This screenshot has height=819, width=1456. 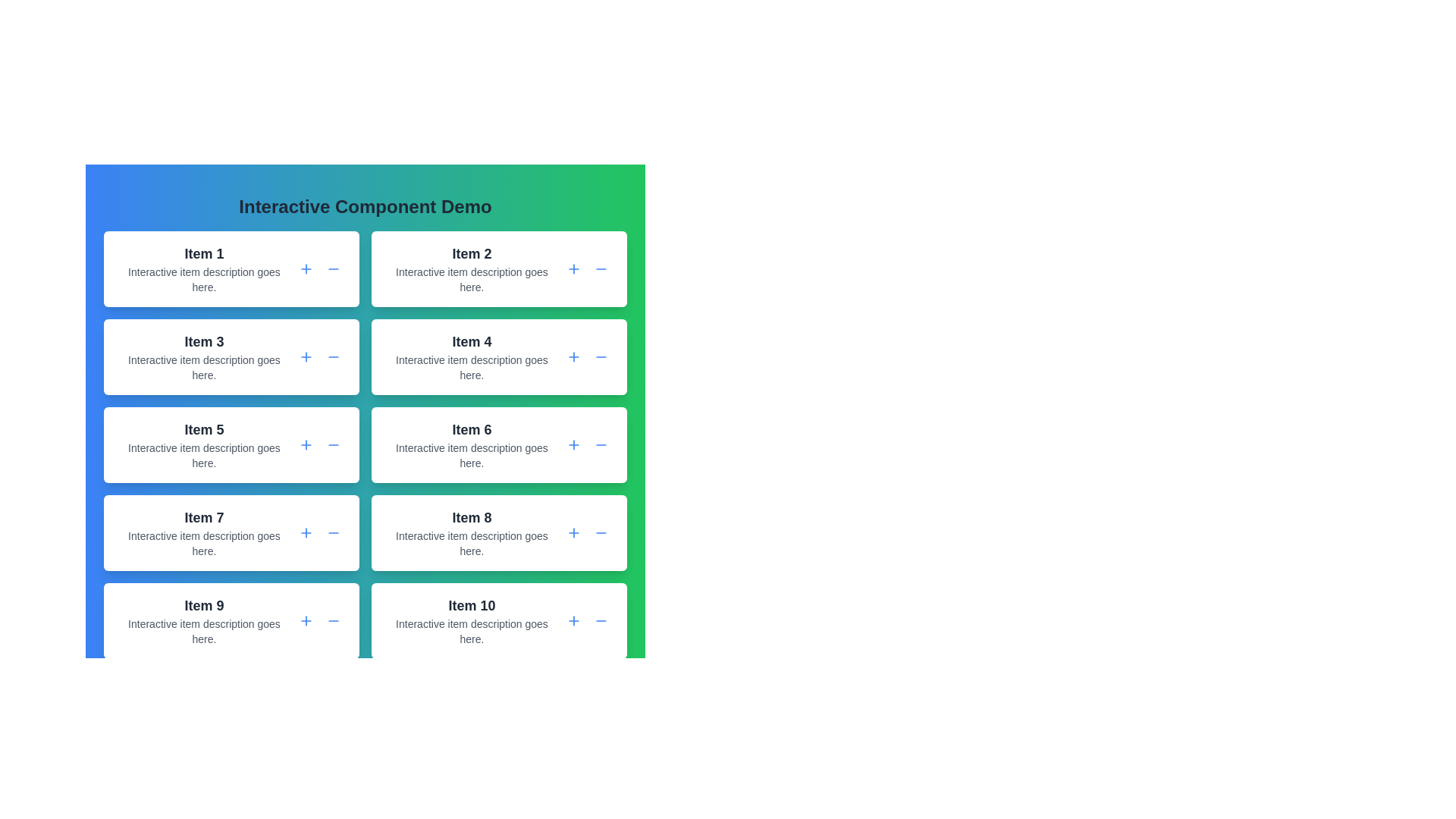 What do you see at coordinates (203, 342) in the screenshot?
I see `the Text label that serves as the title or identifier for the specific item in the list, located in the left column of a two-column grid layout, at the top section of the third row` at bounding box center [203, 342].